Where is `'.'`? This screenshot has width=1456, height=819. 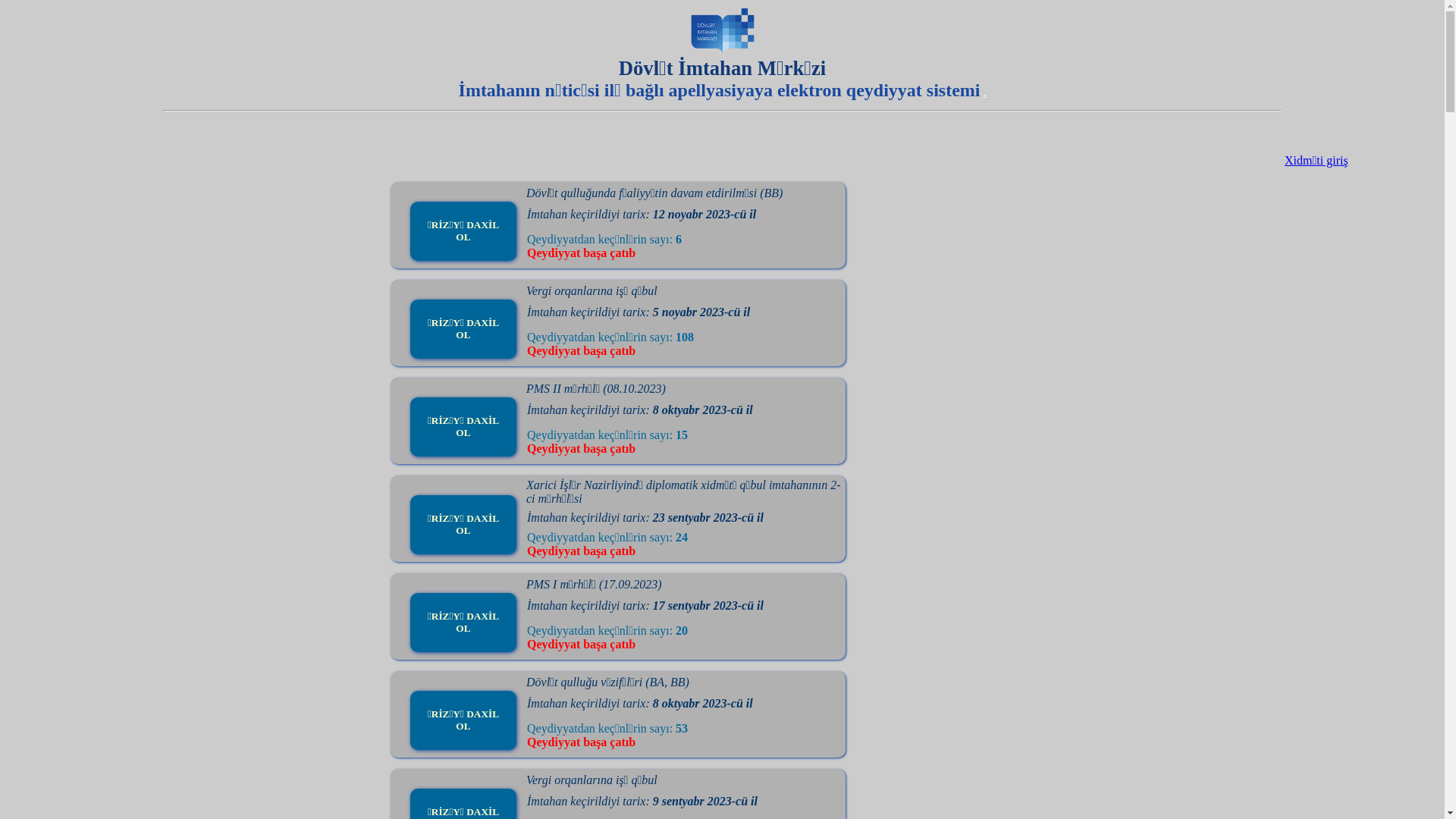 '.' is located at coordinates (984, 92).